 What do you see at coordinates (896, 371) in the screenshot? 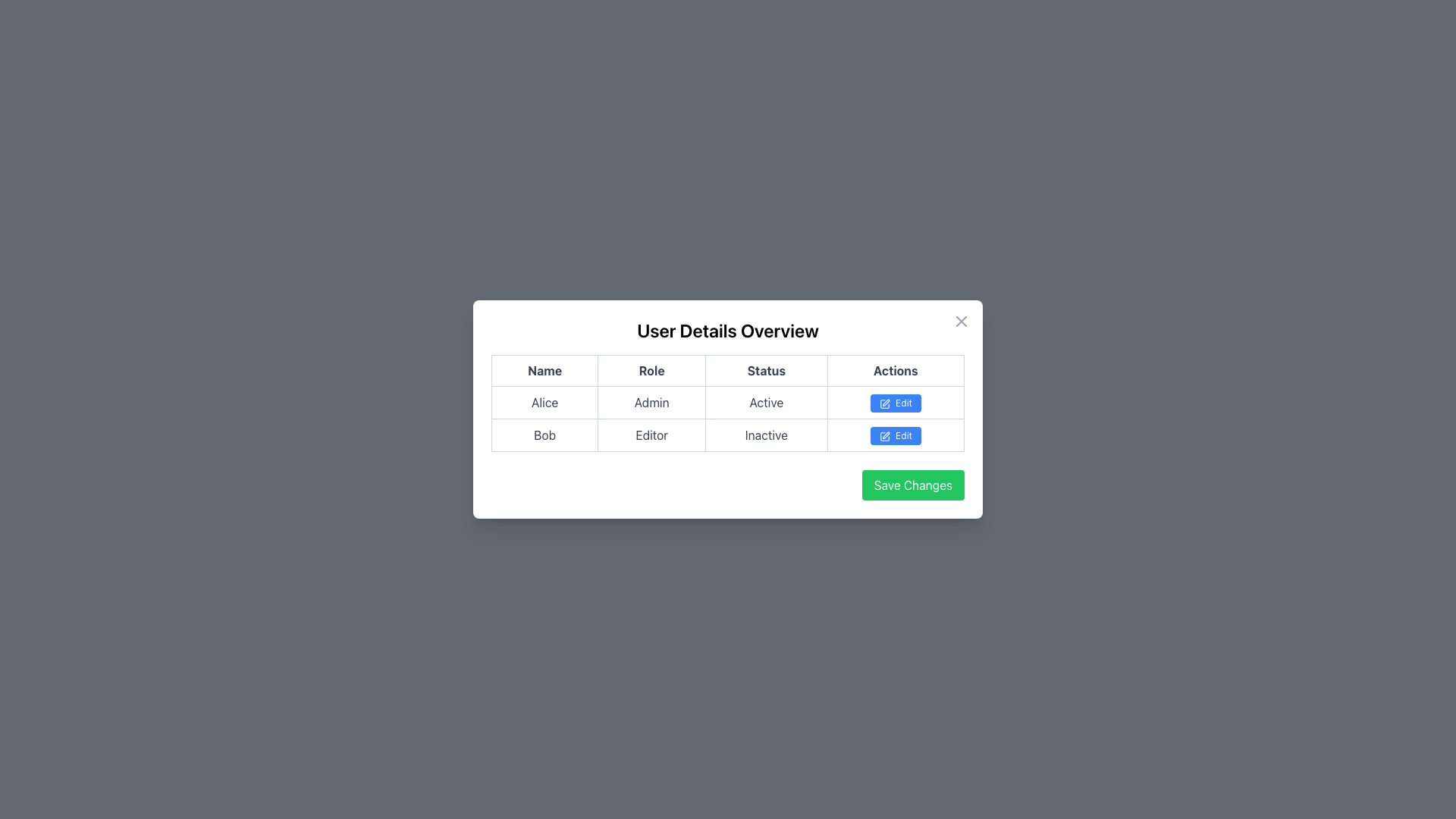
I see `the 'Actions' text label, which is the fourth column header in the table aligned to the far right of the header row` at bounding box center [896, 371].